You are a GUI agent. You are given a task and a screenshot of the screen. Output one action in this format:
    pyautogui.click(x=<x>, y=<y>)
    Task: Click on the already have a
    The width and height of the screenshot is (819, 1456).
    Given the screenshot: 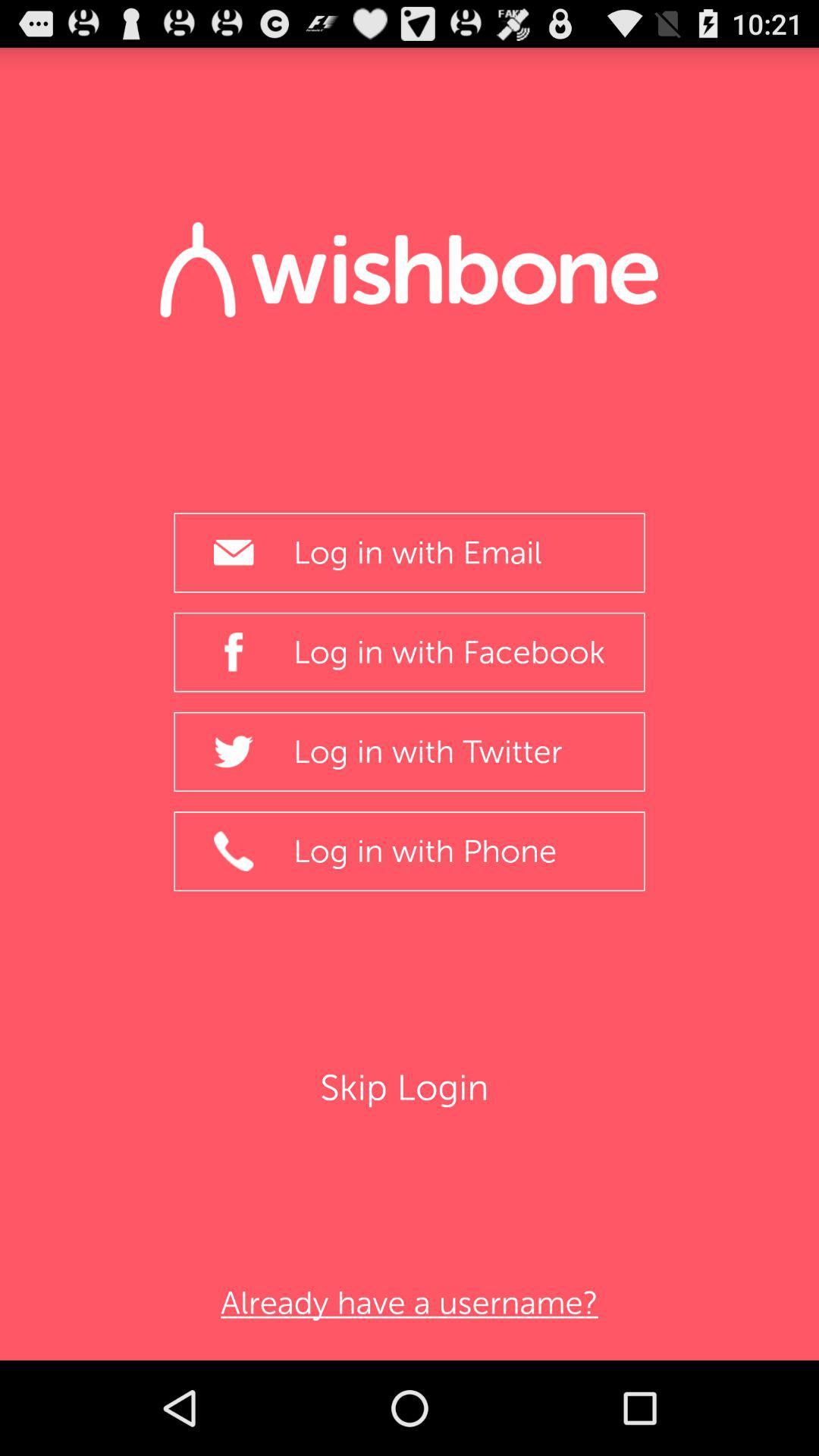 What is the action you would take?
    pyautogui.click(x=409, y=1302)
    